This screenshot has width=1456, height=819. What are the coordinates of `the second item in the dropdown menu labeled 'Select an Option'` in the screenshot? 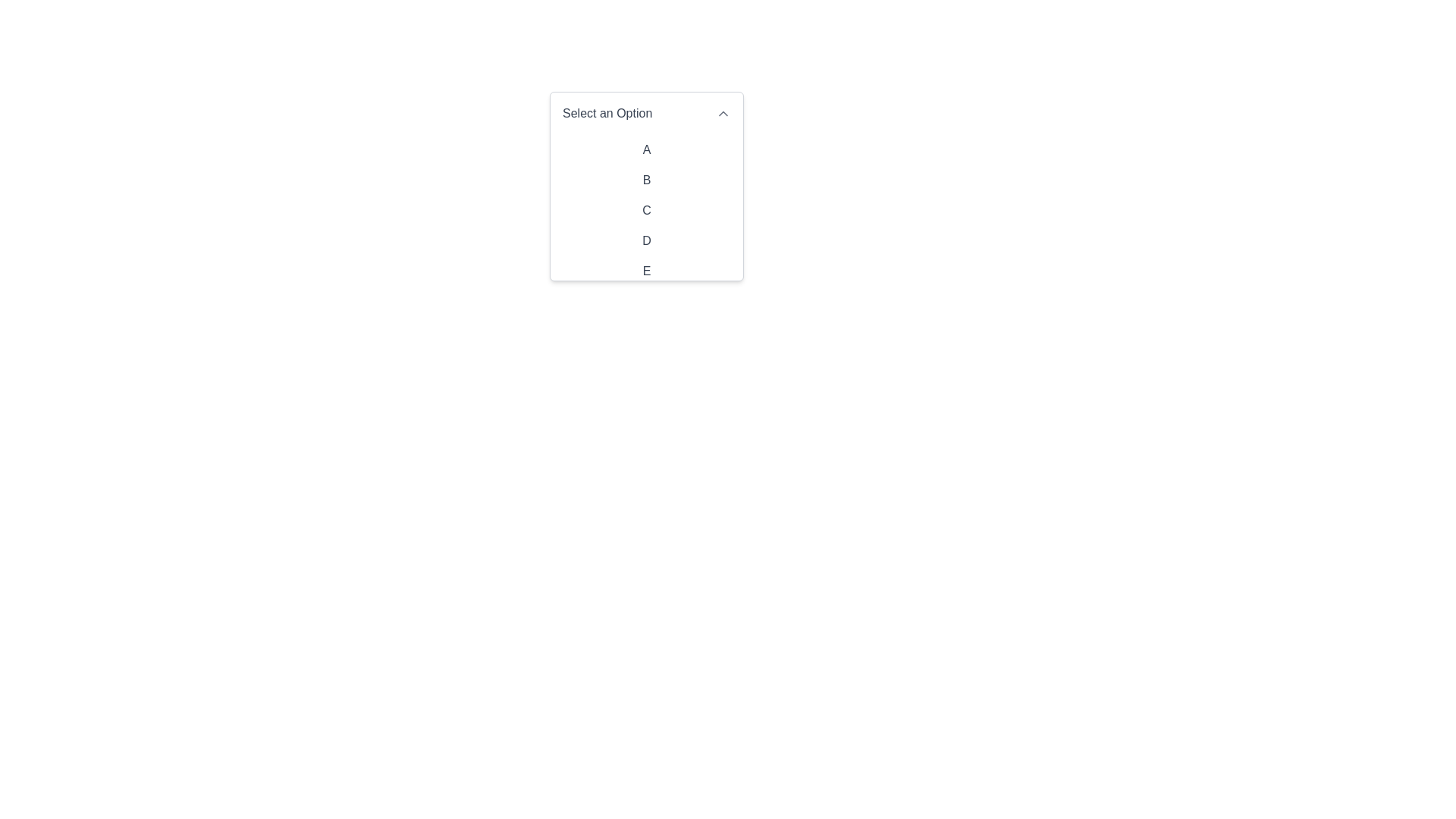 It's located at (647, 186).